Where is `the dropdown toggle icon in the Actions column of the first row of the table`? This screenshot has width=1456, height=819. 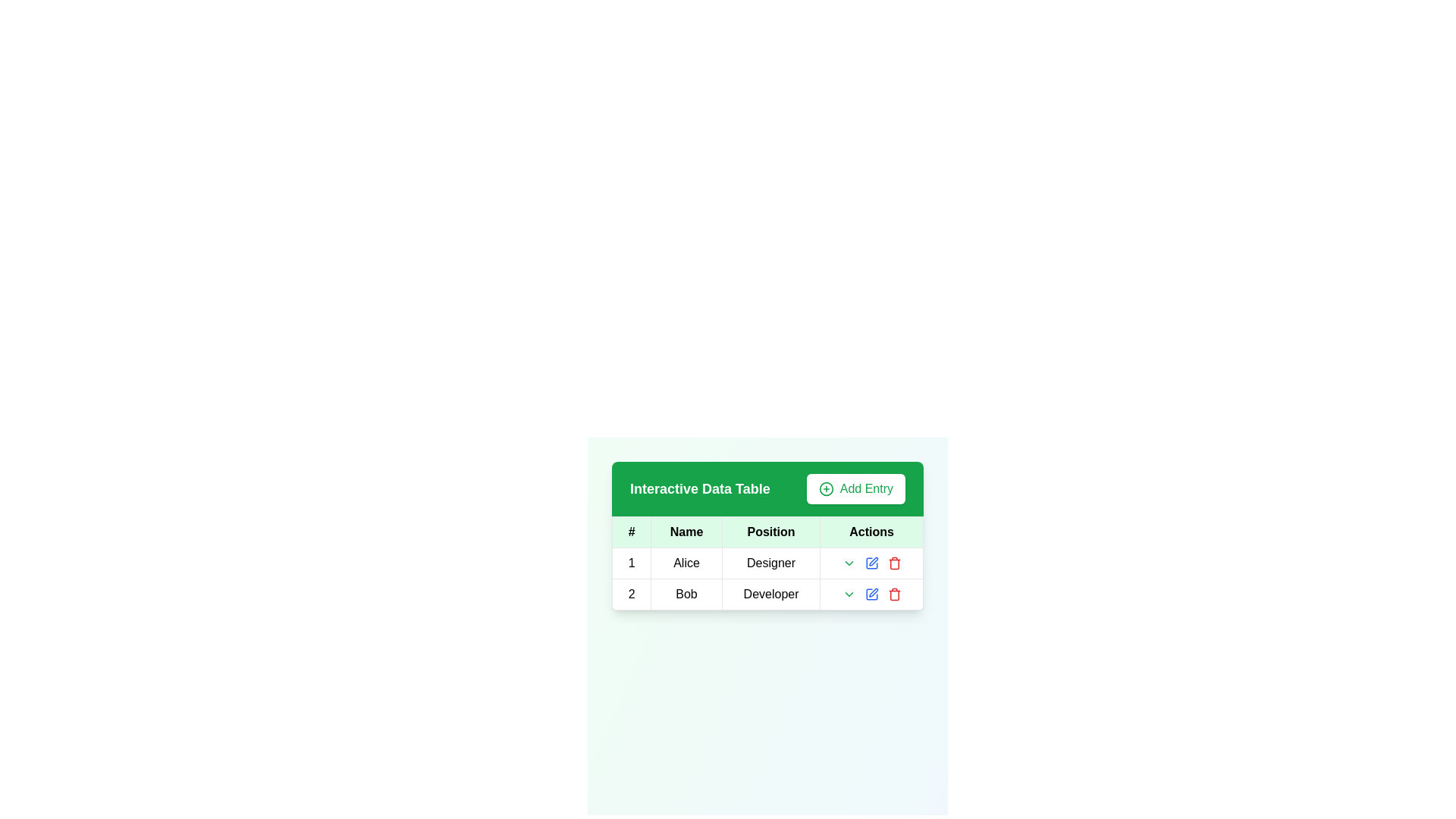
the dropdown toggle icon in the Actions column of the first row of the table is located at coordinates (848, 563).